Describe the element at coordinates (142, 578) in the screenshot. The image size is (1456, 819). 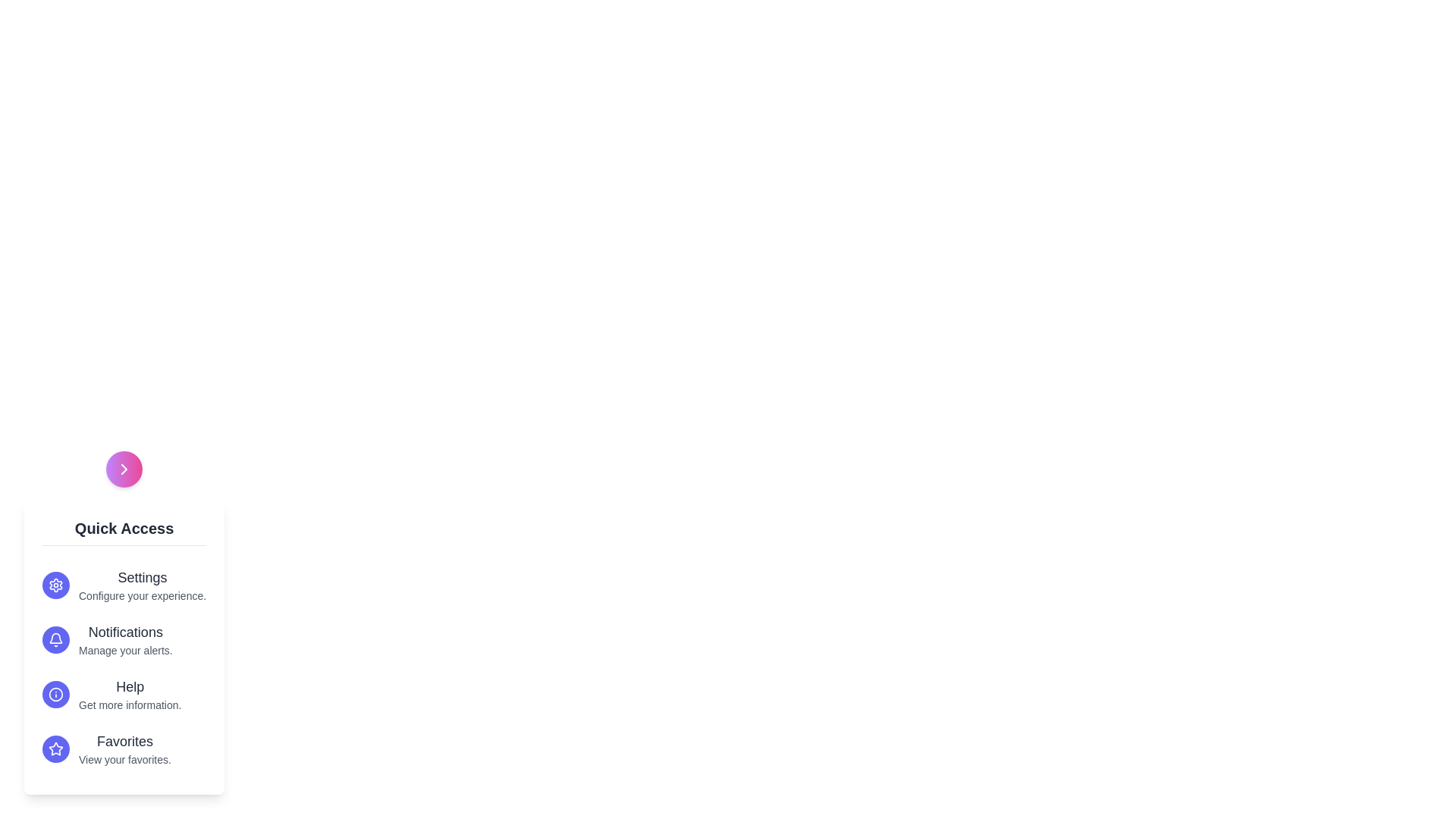
I see `the 'Settings' option in the menu` at that location.